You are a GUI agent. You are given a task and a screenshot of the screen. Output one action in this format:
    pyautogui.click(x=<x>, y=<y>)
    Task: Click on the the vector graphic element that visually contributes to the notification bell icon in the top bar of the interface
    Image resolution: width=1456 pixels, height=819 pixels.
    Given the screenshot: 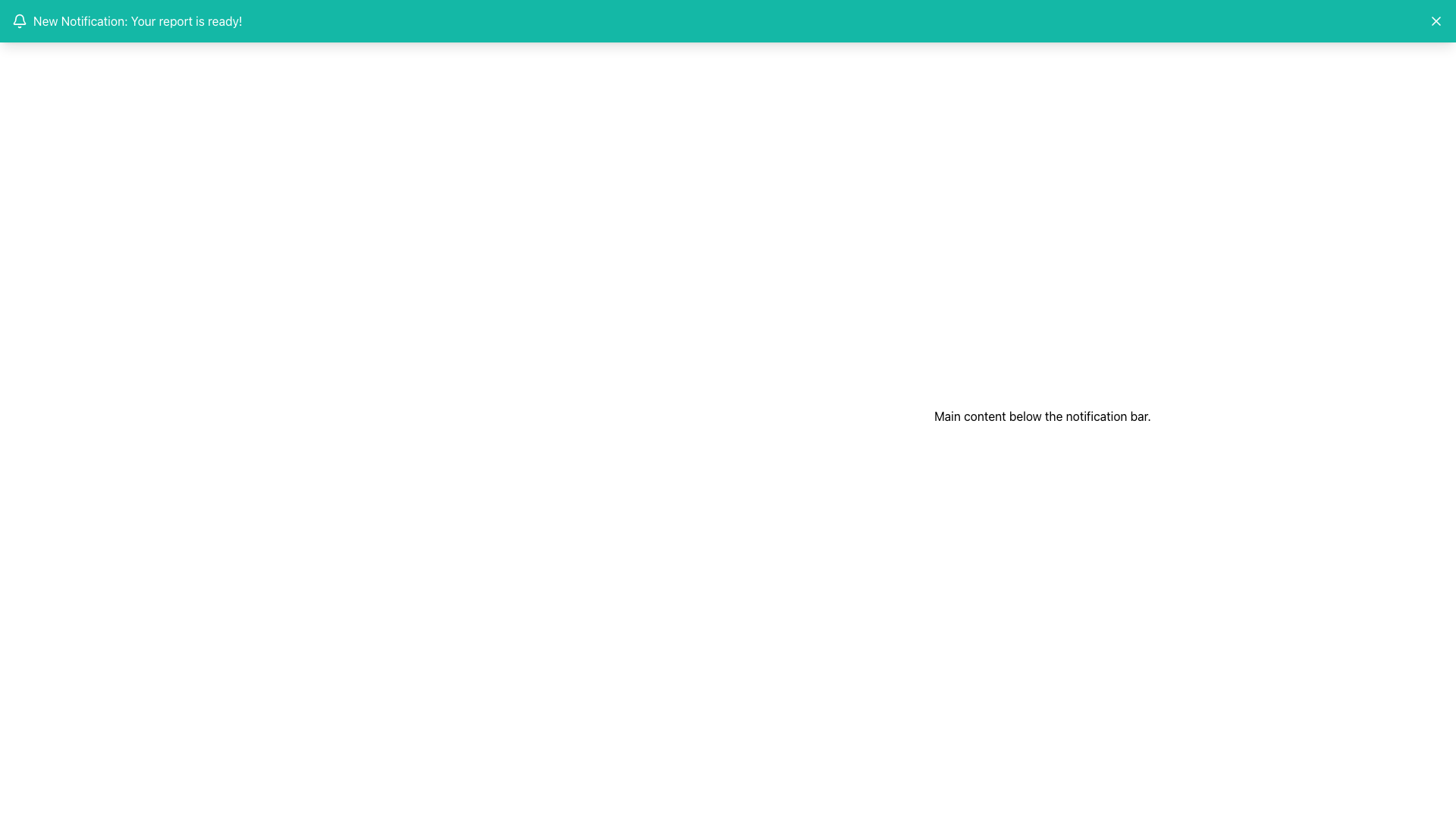 What is the action you would take?
    pyautogui.click(x=19, y=19)
    